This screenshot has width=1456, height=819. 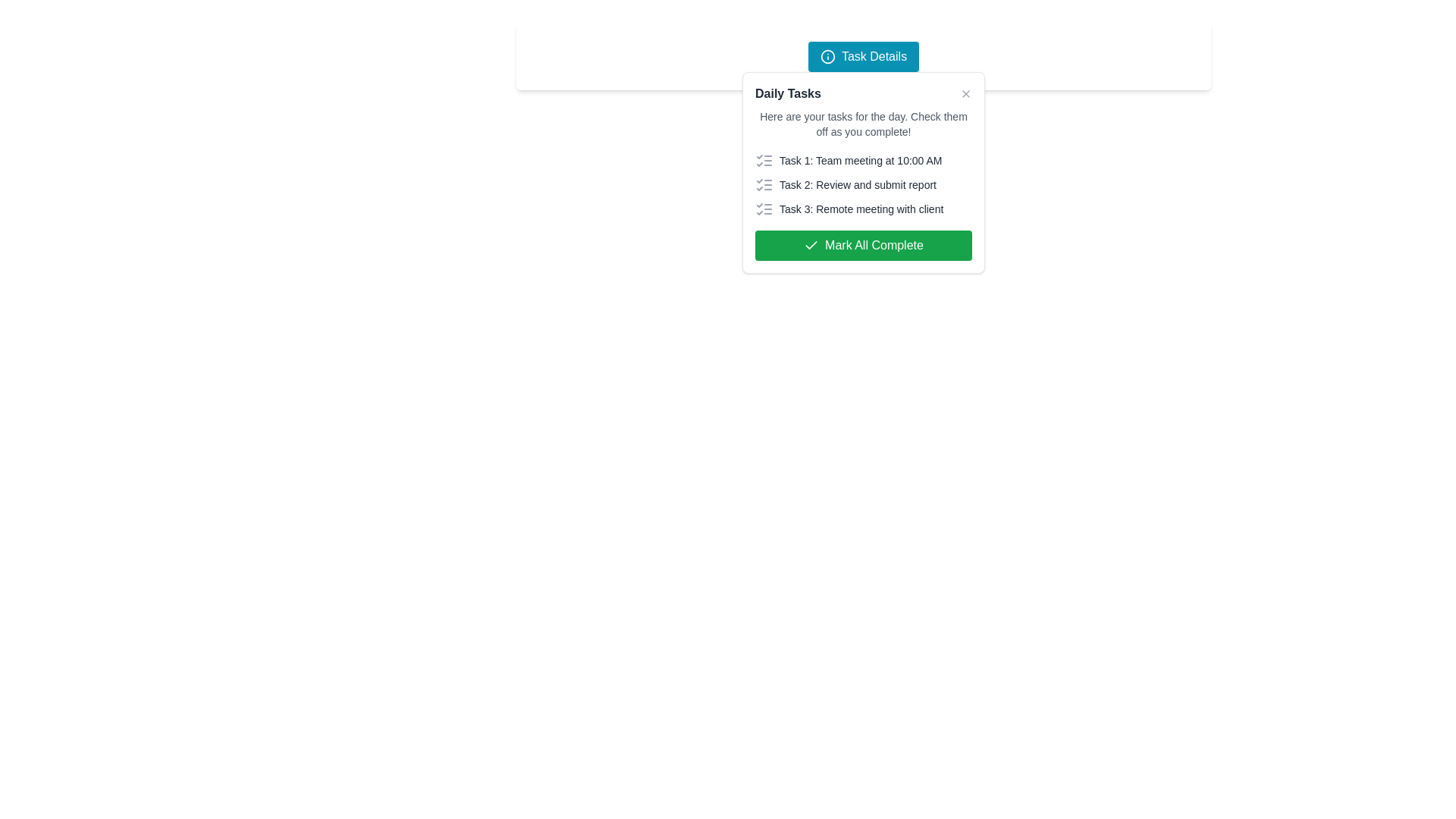 I want to click on to interact with the first task item in the Daily Tasks list located at the top of the task management popup, so click(x=863, y=161).